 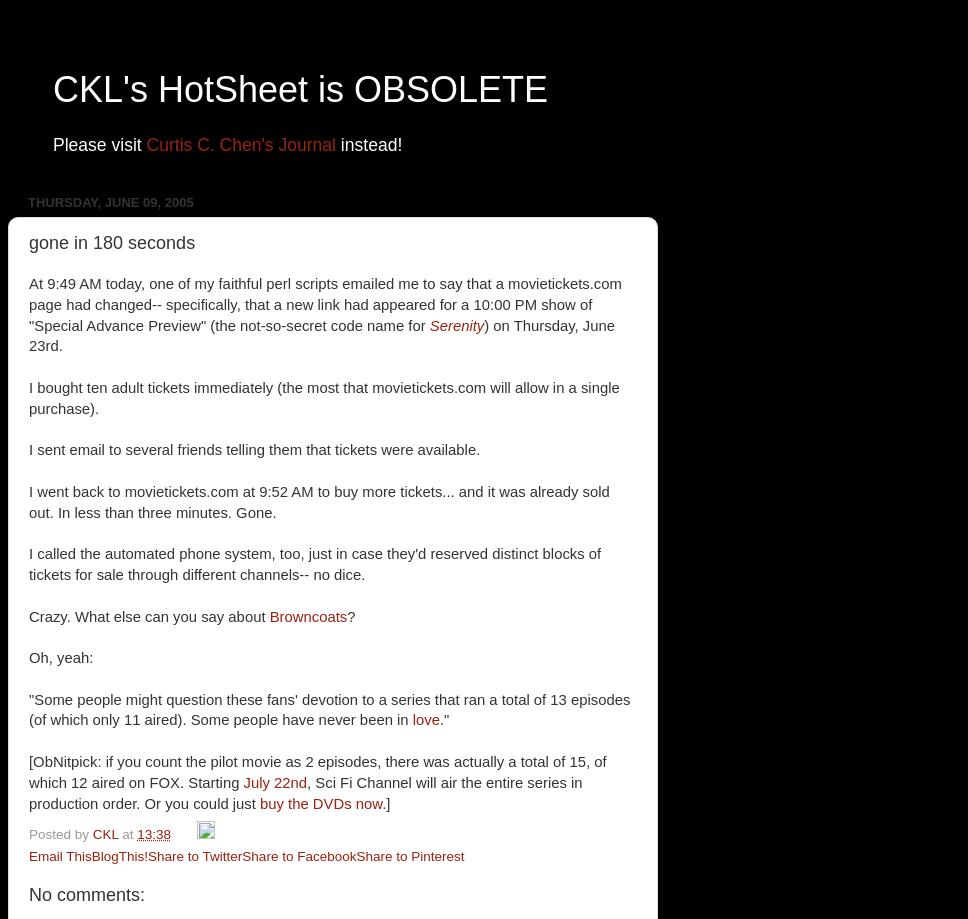 I want to click on 'at', so click(x=121, y=833).